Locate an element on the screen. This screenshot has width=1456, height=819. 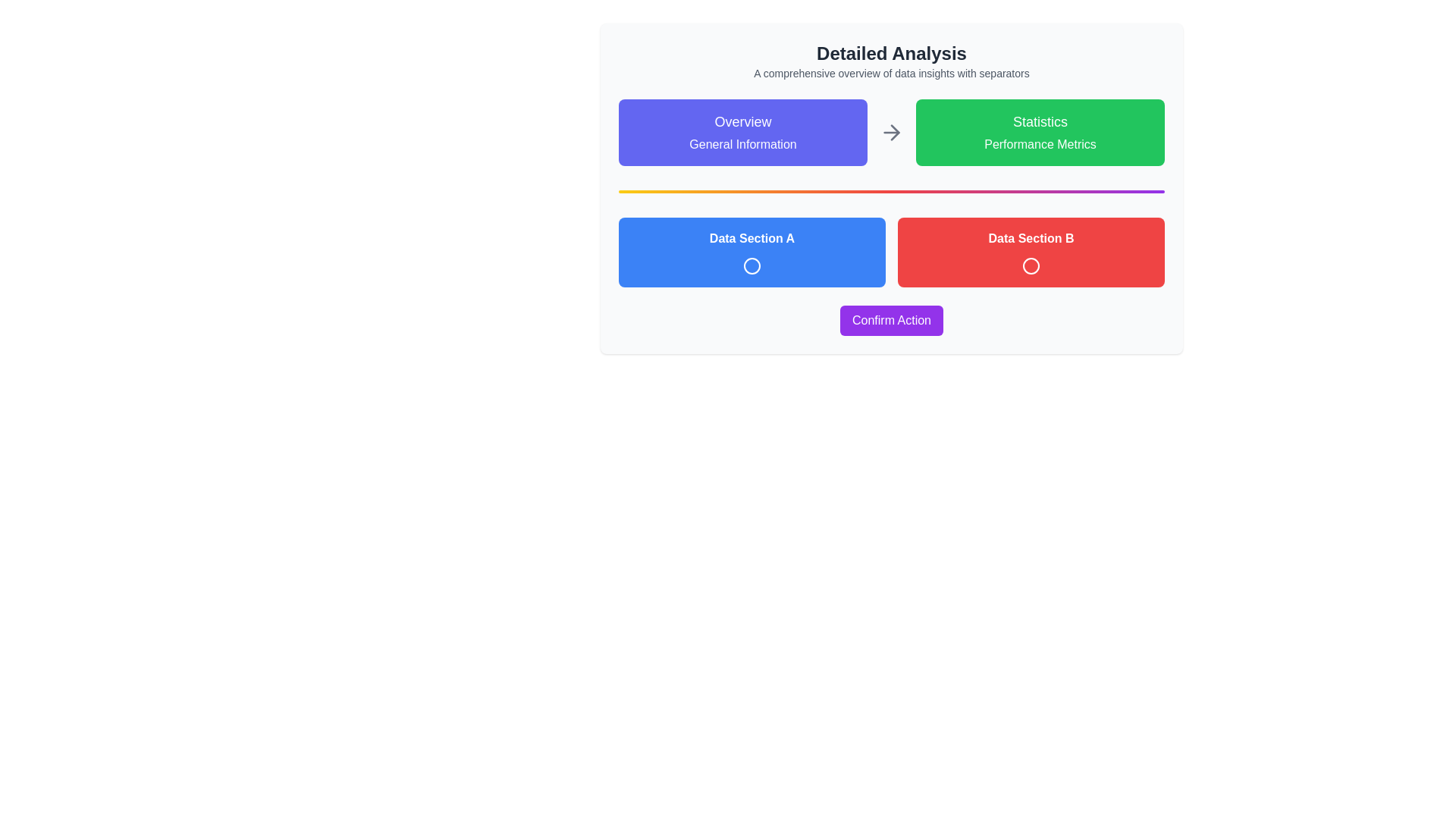
the decorative SVG circle graphic that indicates status within the 'Data Section A' button, located at the bottom left quadrant of the interface is located at coordinates (752, 265).